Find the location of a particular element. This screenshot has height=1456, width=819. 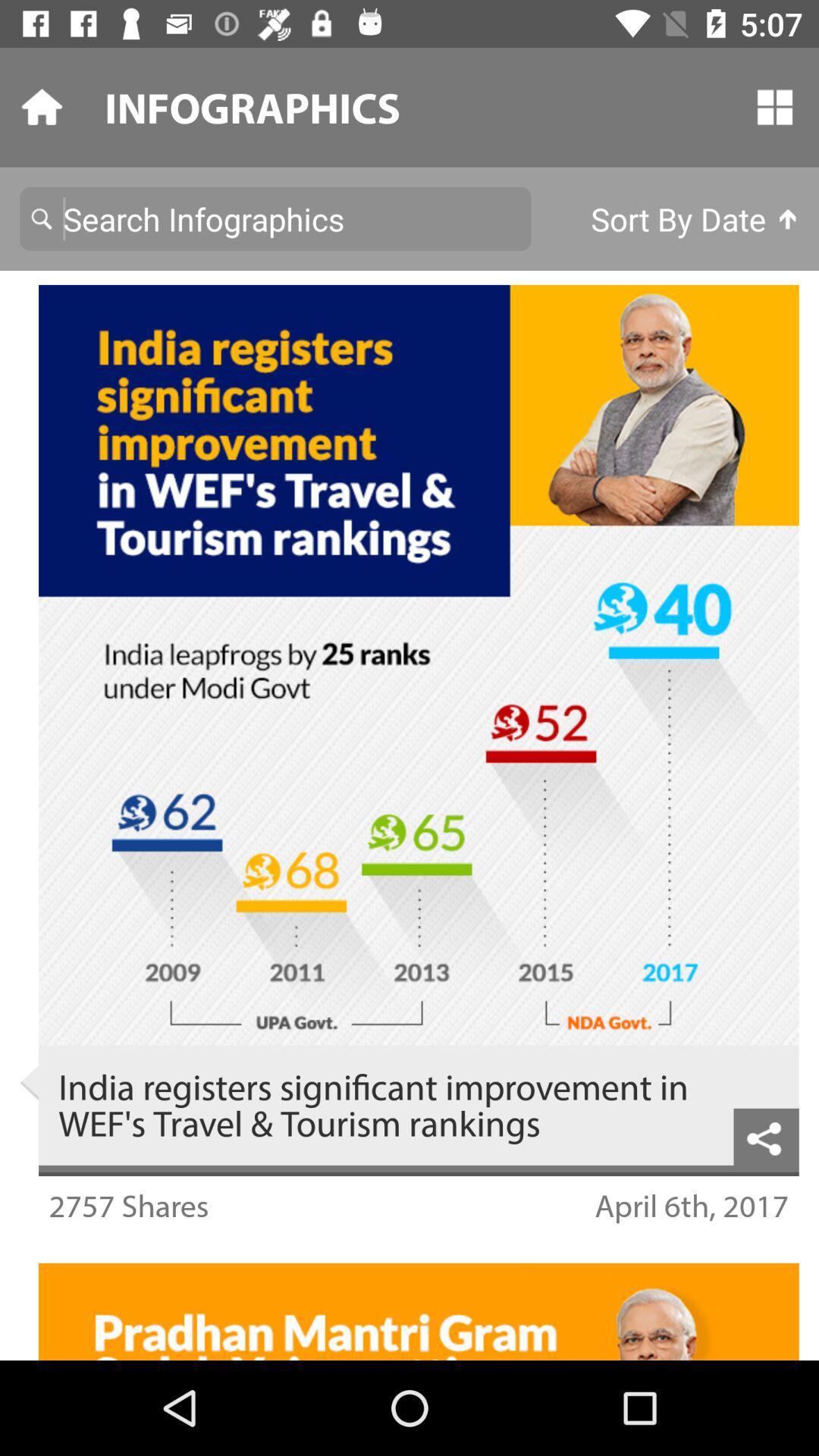

april 6th, 2017 is located at coordinates (692, 1204).